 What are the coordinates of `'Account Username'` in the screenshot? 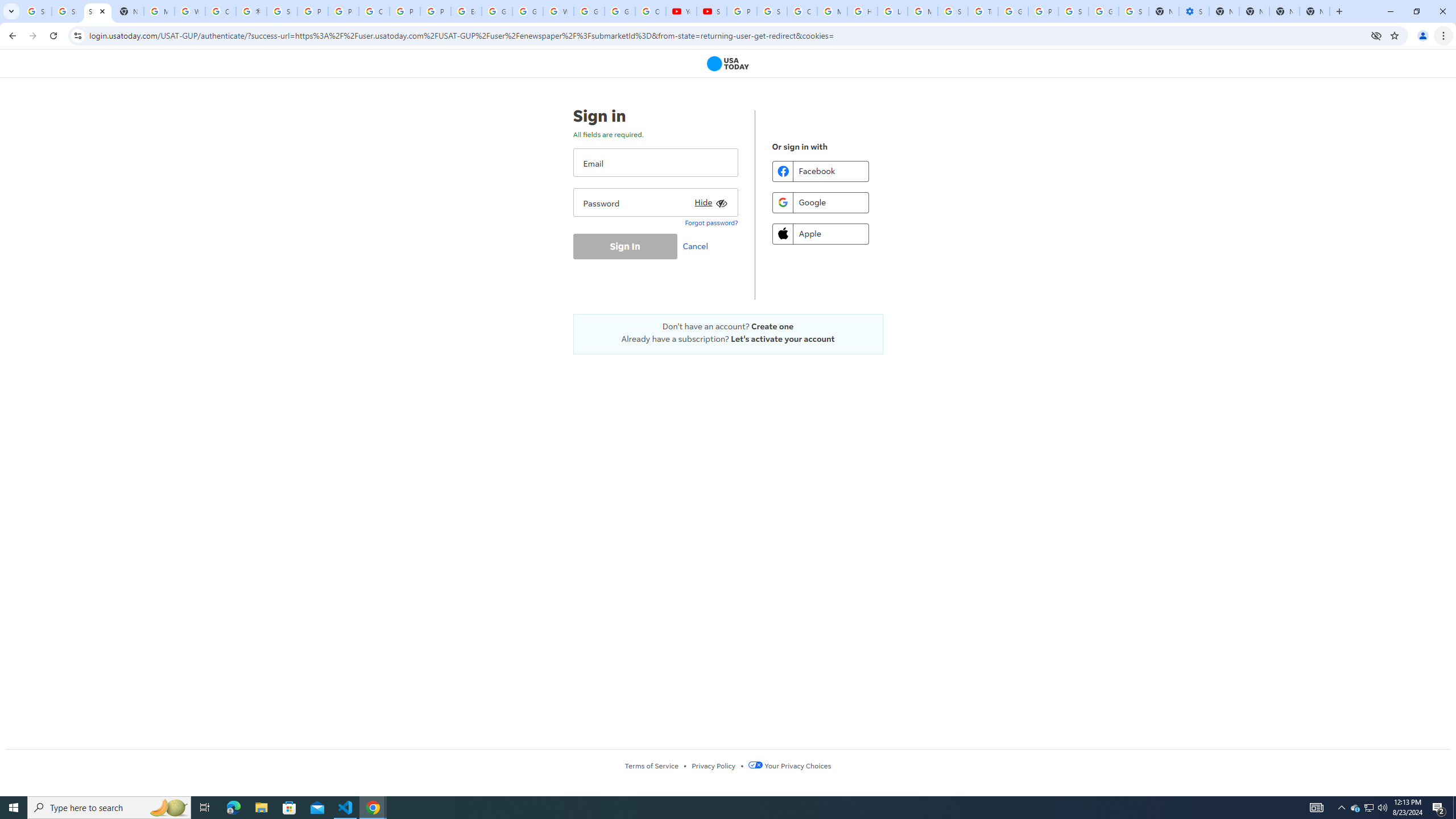 It's located at (655, 162).